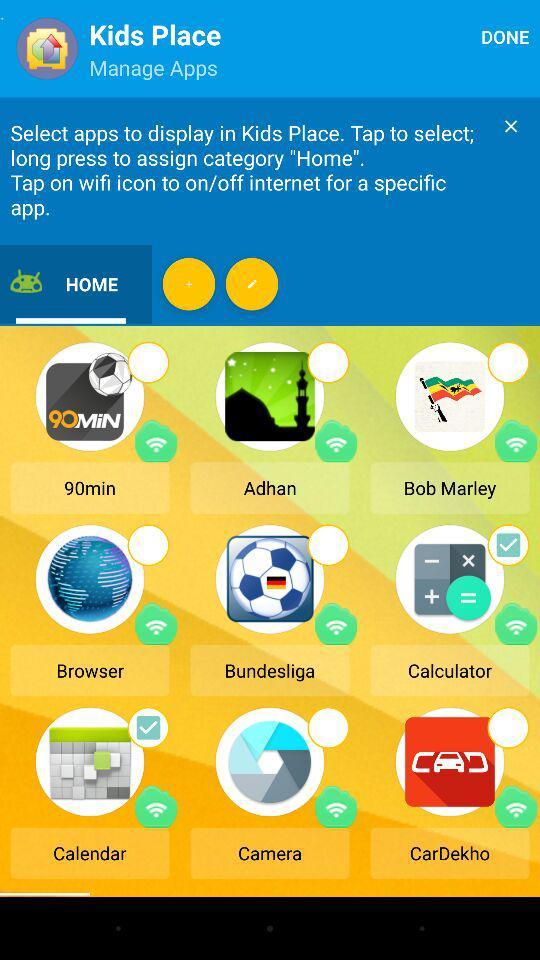 The width and height of the screenshot is (540, 960). Describe the element at coordinates (516, 441) in the screenshot. I see `wi-fi access for app` at that location.